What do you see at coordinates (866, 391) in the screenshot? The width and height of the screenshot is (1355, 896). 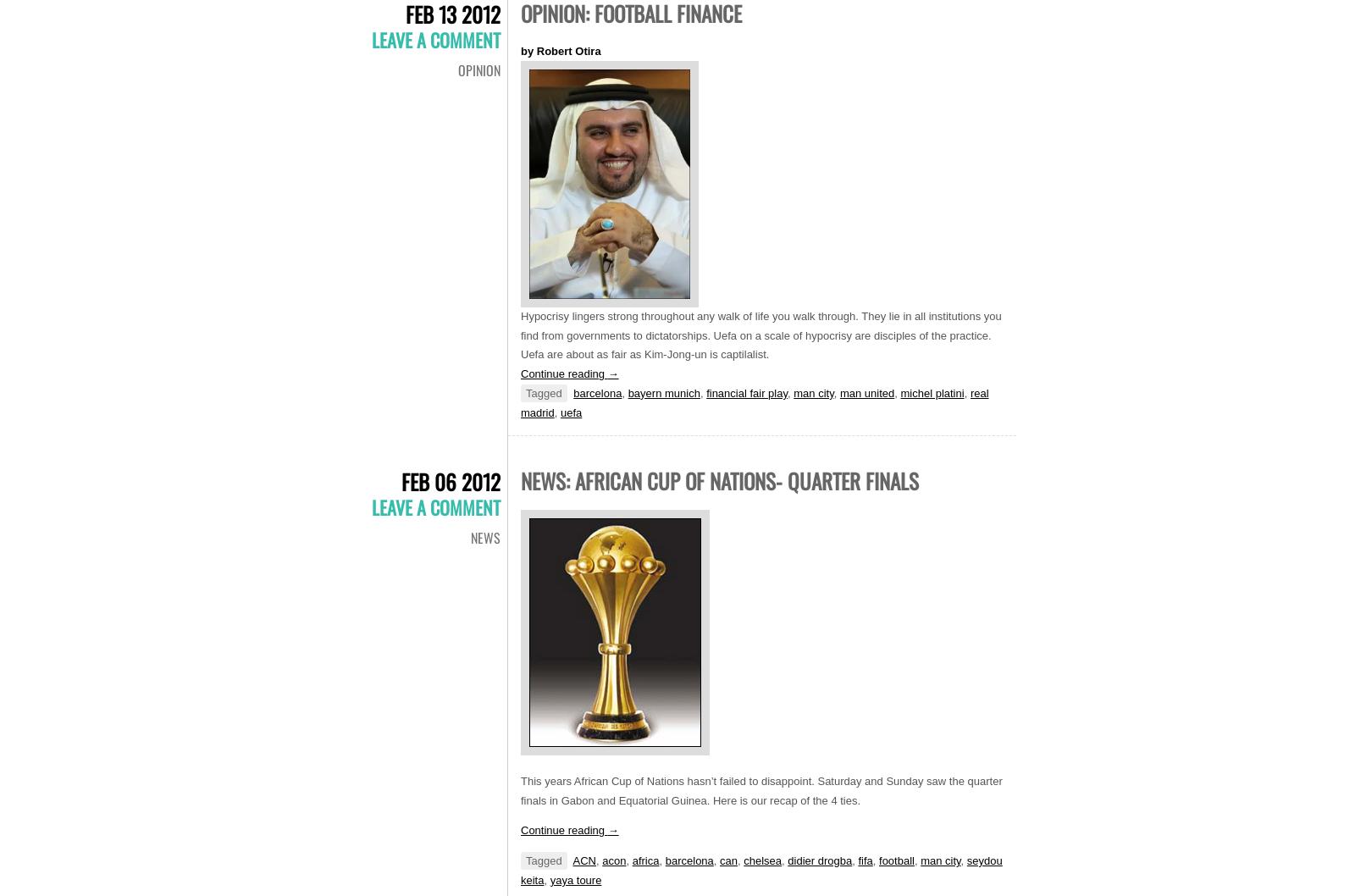 I see `'man united'` at bounding box center [866, 391].